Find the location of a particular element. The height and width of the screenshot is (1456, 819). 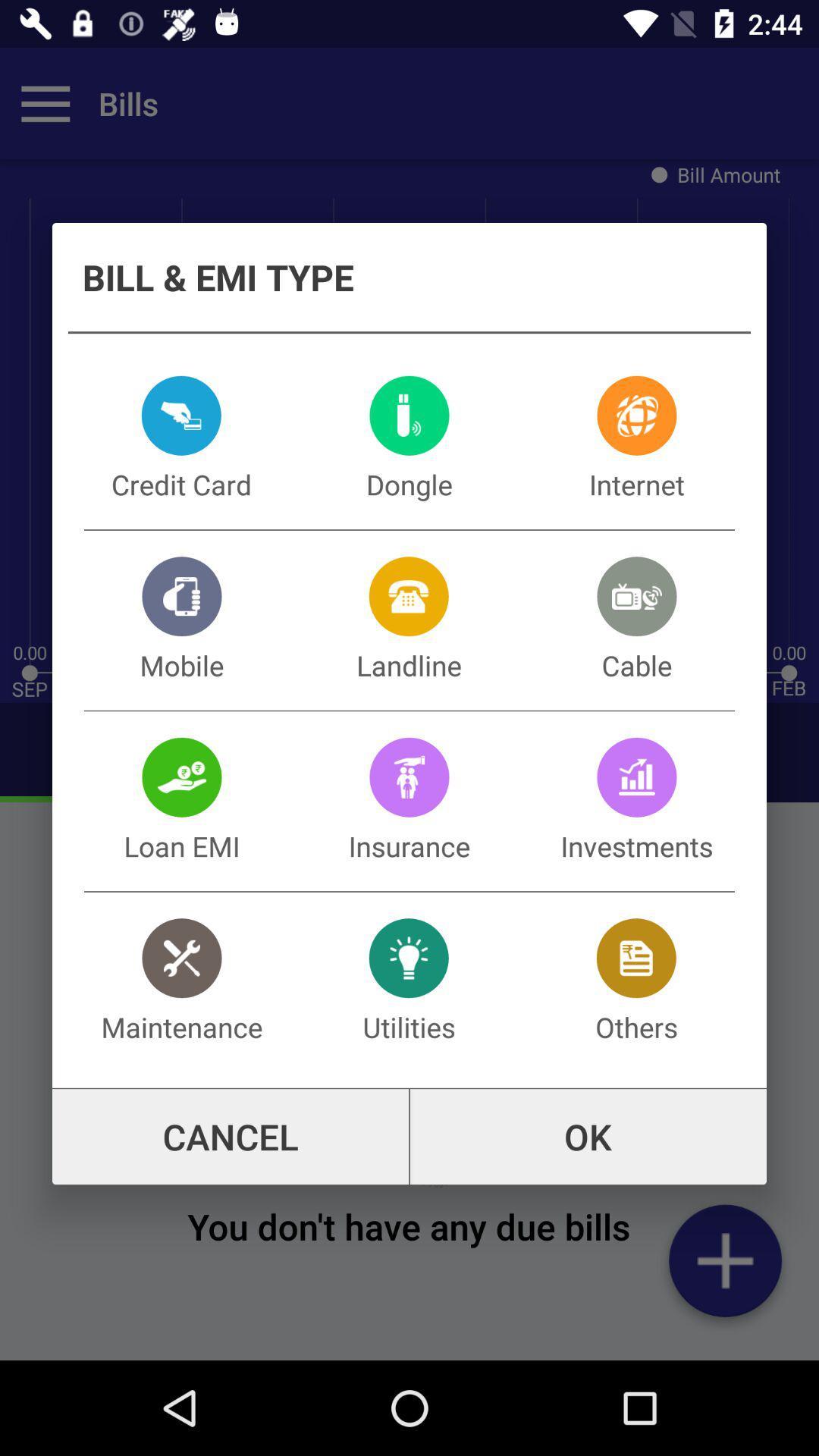

cancel item is located at coordinates (231, 1137).